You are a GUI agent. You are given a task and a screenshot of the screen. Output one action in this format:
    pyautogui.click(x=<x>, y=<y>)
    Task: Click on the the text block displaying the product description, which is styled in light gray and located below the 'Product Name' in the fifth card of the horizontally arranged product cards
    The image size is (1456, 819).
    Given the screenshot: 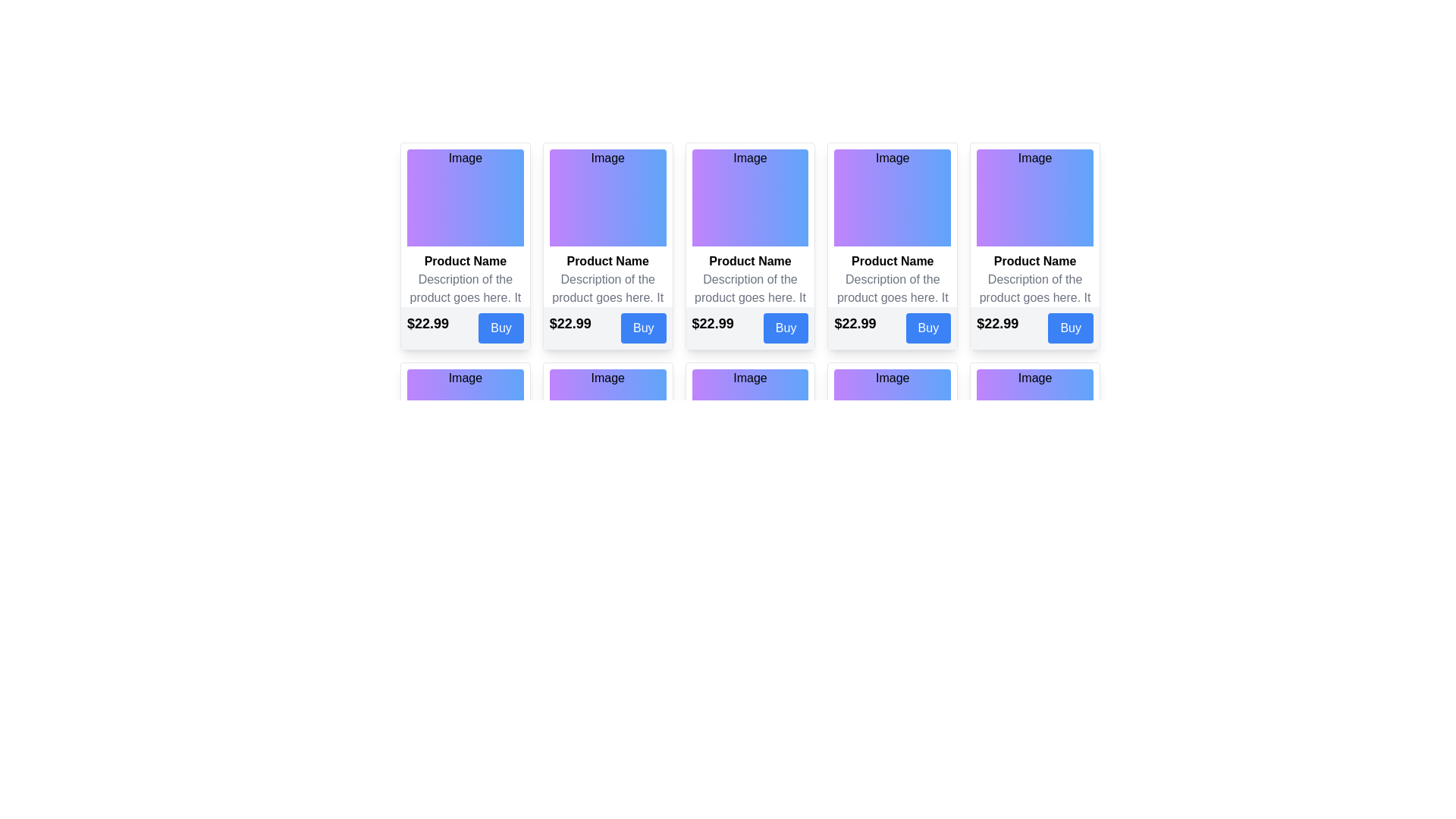 What is the action you would take?
    pyautogui.click(x=1034, y=307)
    